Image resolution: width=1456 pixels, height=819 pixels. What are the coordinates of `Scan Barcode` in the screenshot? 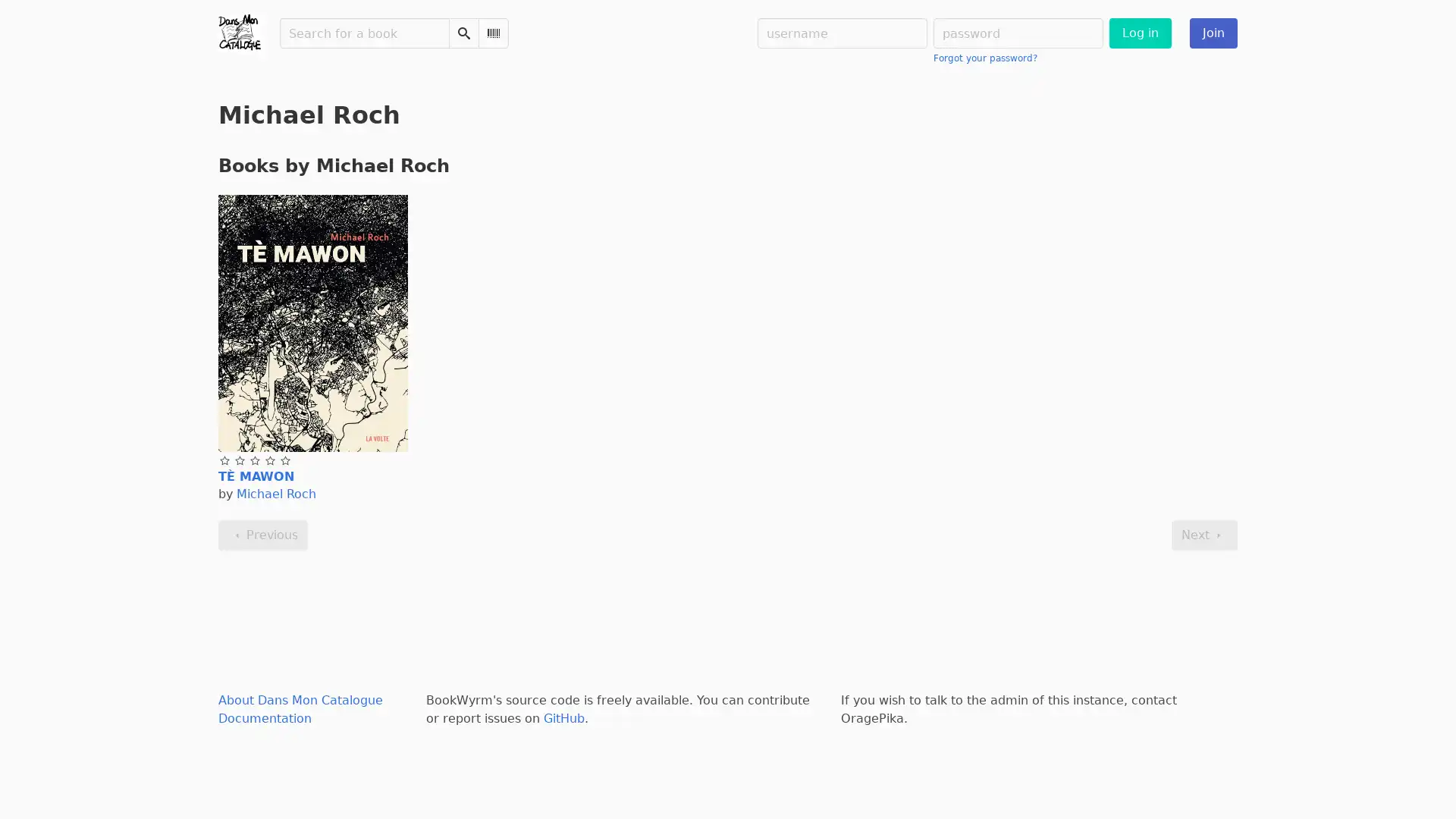 It's located at (494, 33).